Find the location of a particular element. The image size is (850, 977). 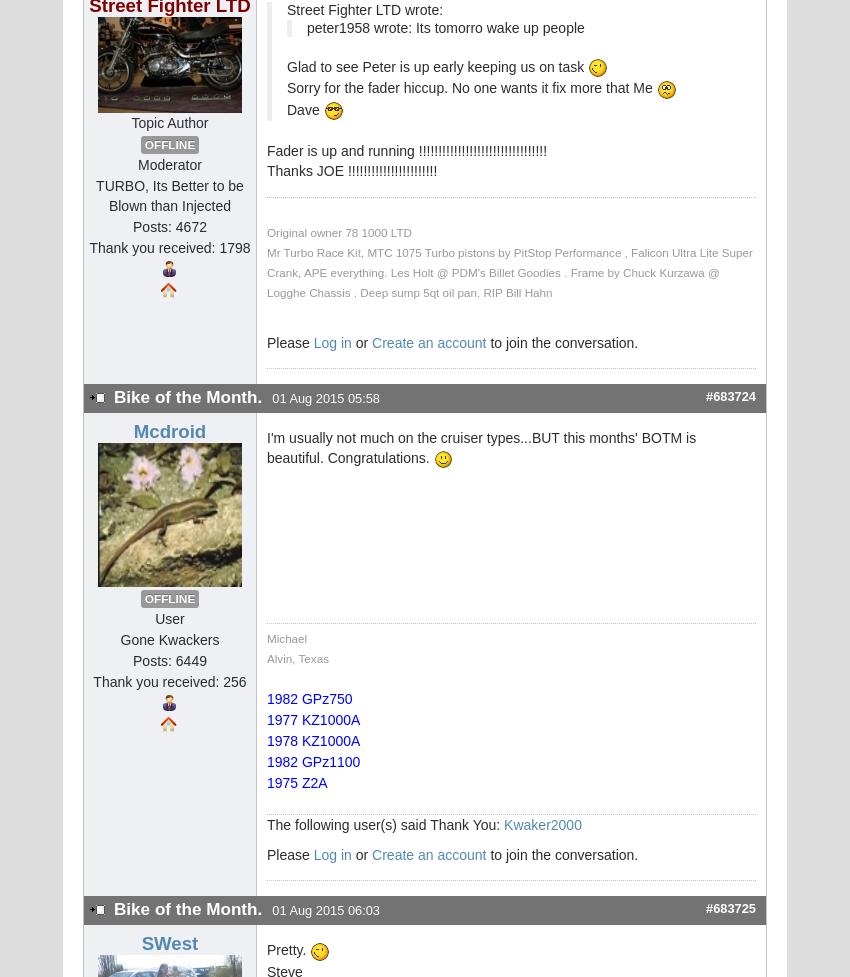

'1982 GPz750' is located at coordinates (309, 699).